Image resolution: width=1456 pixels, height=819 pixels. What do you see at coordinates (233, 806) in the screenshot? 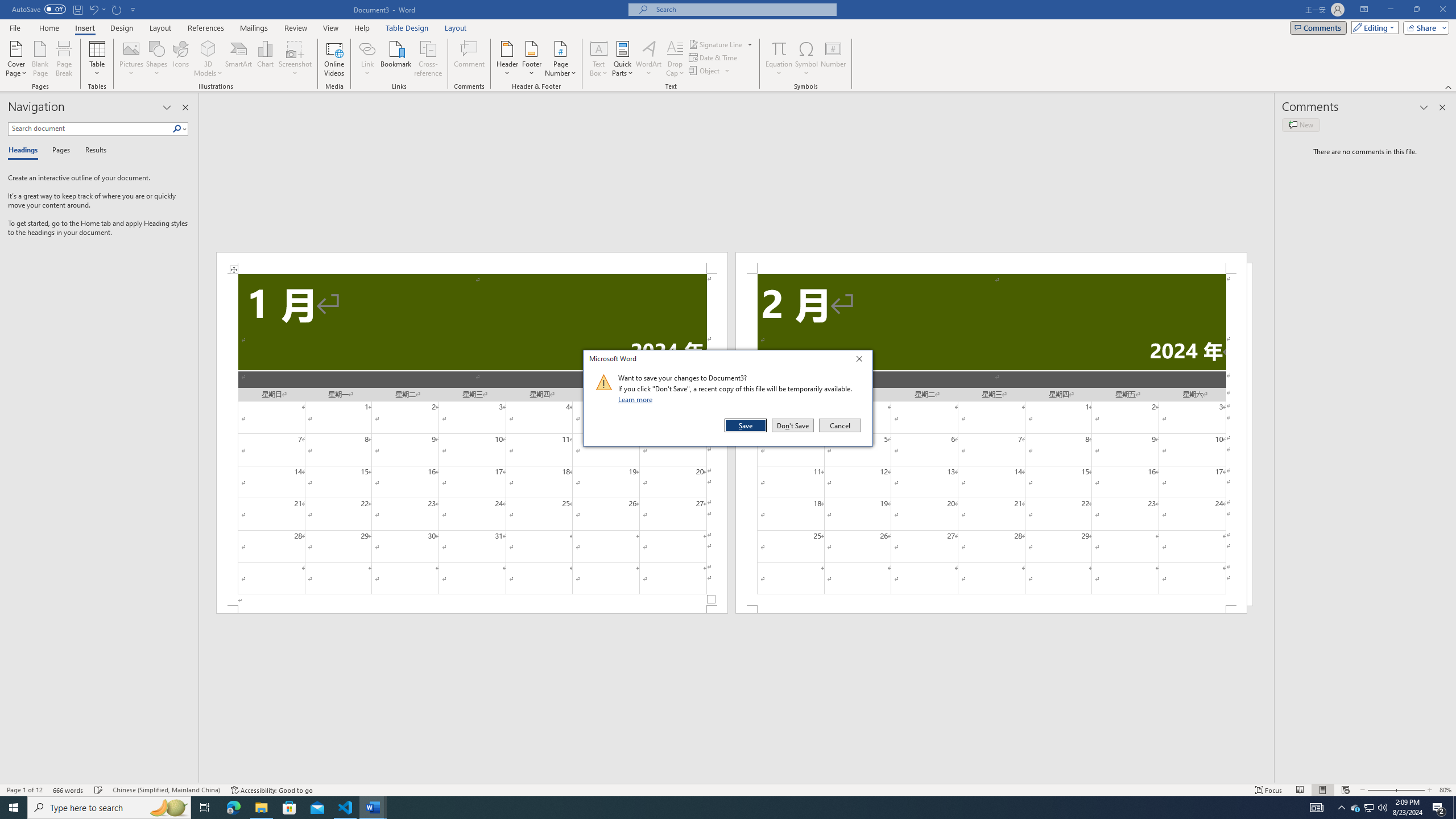
I see `'Microsoft Edge'` at bounding box center [233, 806].